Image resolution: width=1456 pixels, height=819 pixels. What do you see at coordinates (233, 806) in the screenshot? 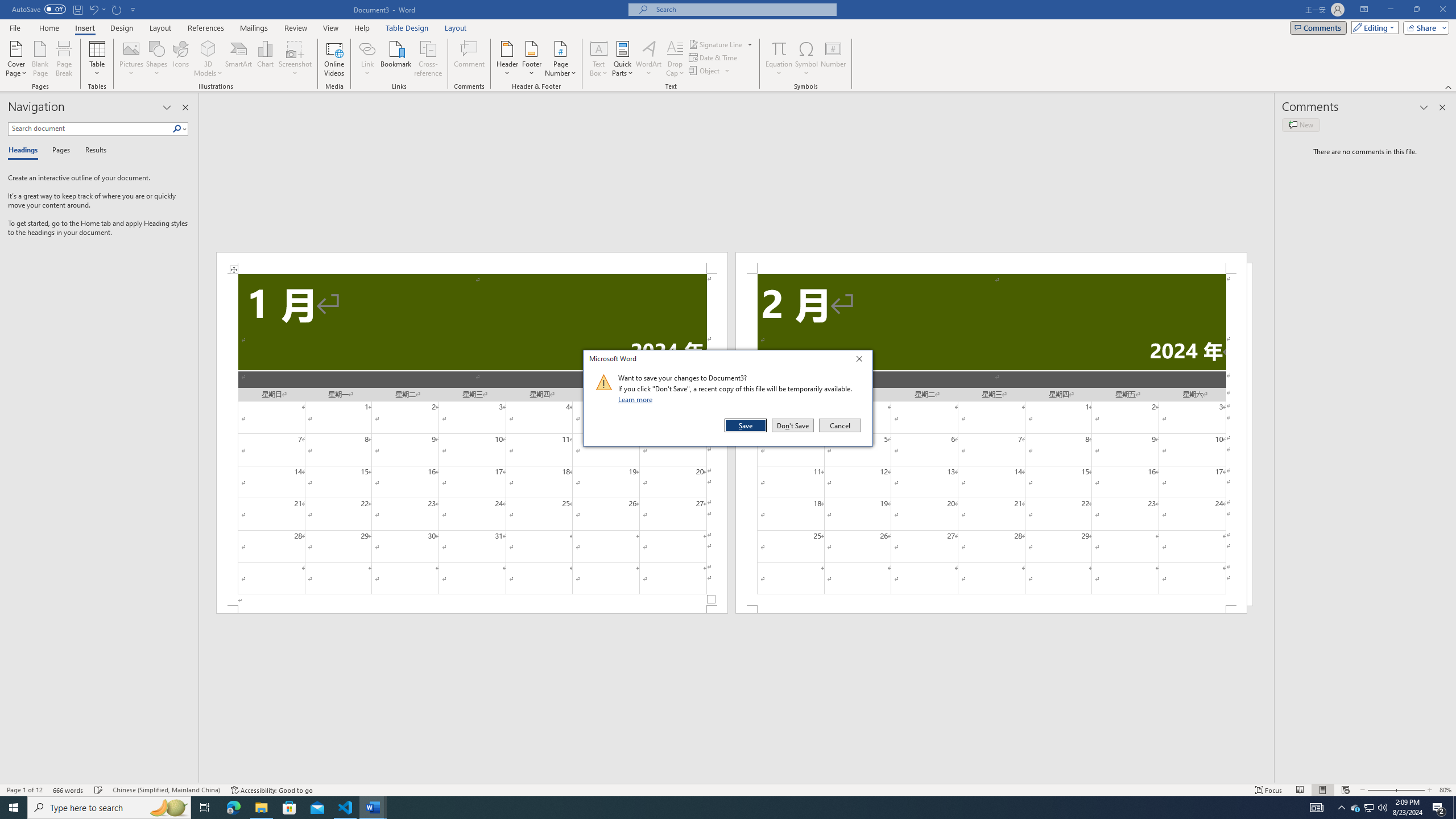
I see `'Microsoft Edge'` at bounding box center [233, 806].